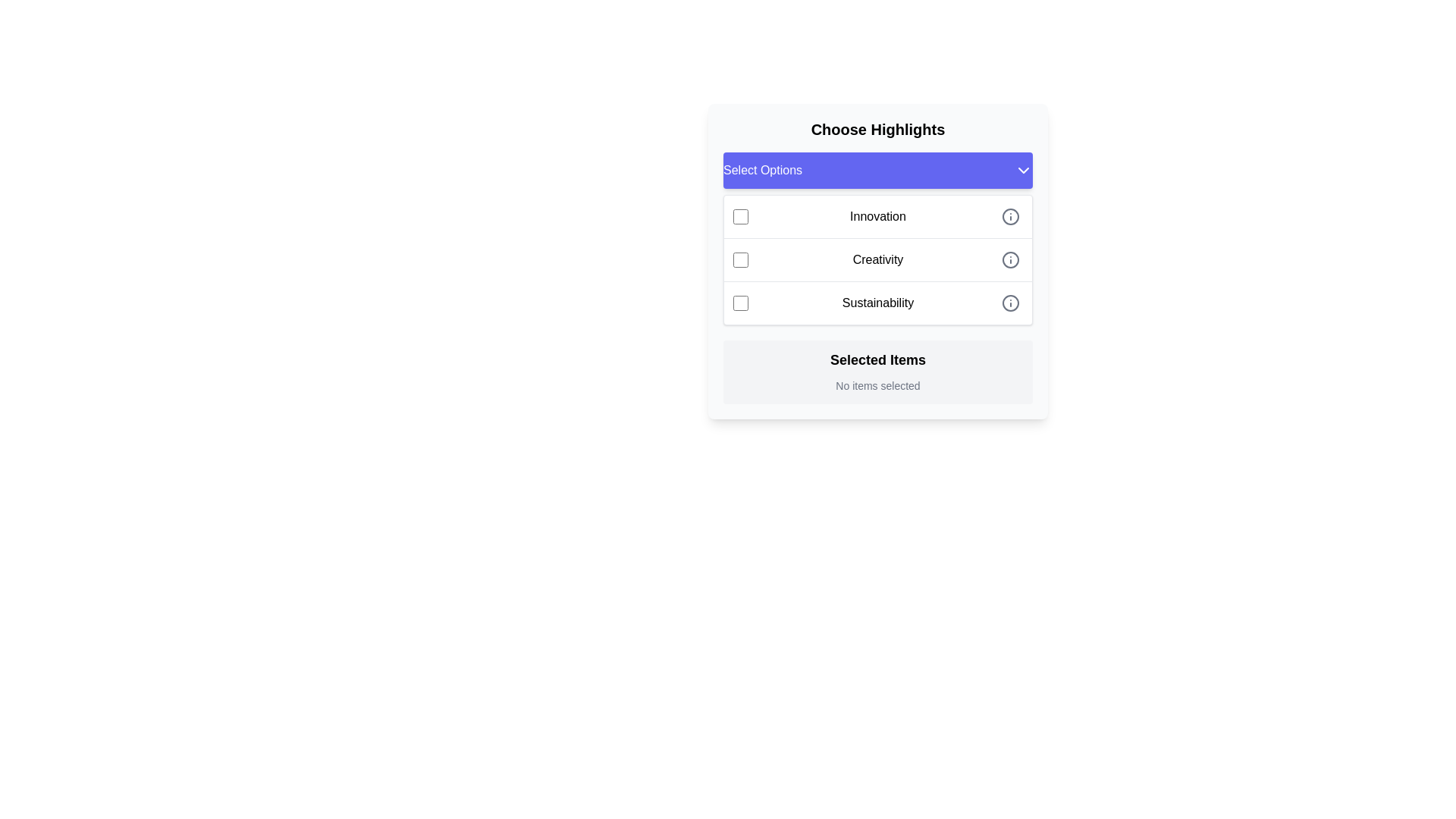 Image resolution: width=1456 pixels, height=819 pixels. I want to click on the text label that says 'No items selected', which is located within the 'Selected Items' section, so click(877, 385).